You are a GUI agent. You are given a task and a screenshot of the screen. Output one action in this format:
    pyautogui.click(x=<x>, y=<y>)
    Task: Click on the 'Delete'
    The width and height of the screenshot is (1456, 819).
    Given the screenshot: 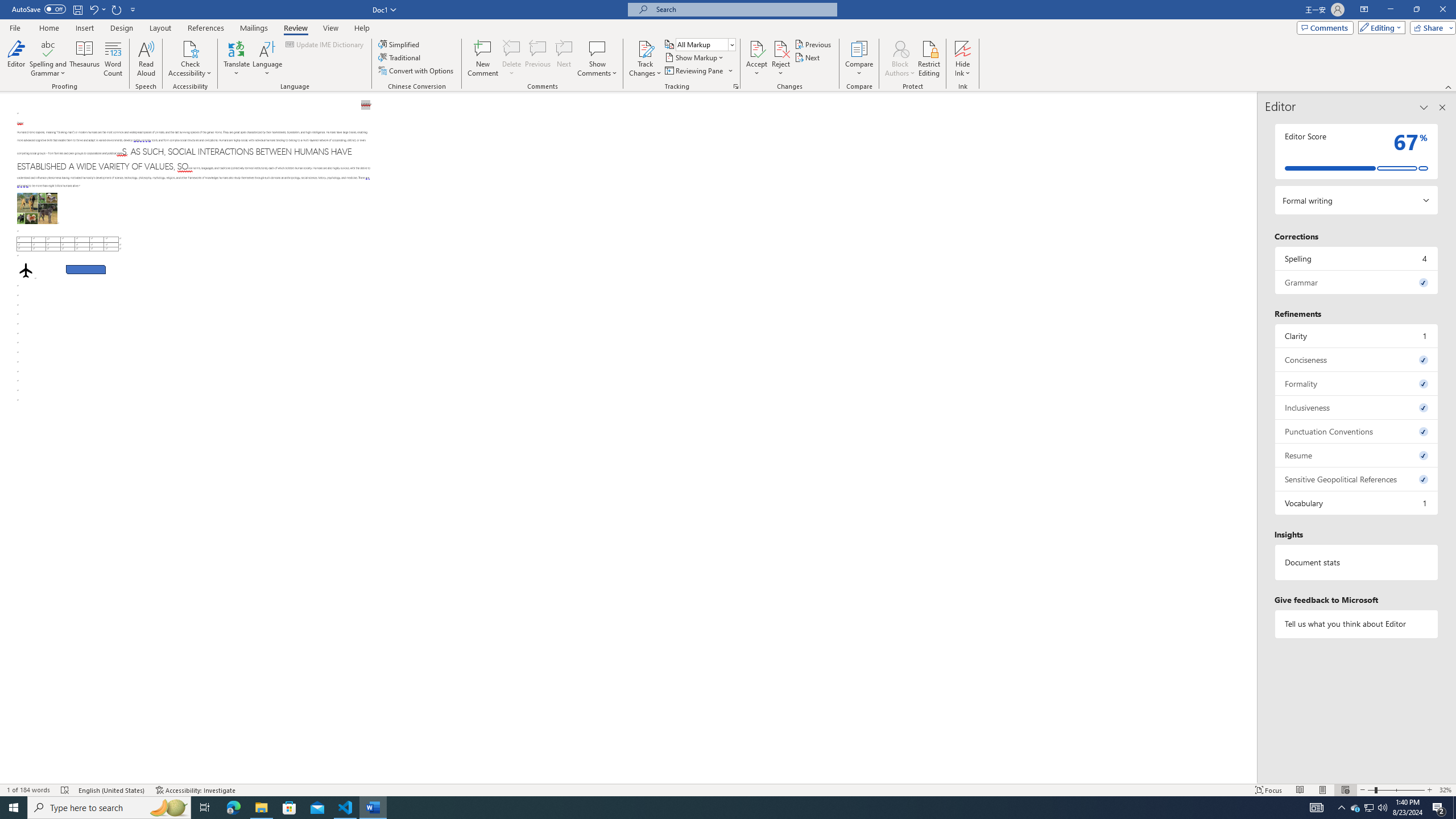 What is the action you would take?
    pyautogui.click(x=511, y=48)
    